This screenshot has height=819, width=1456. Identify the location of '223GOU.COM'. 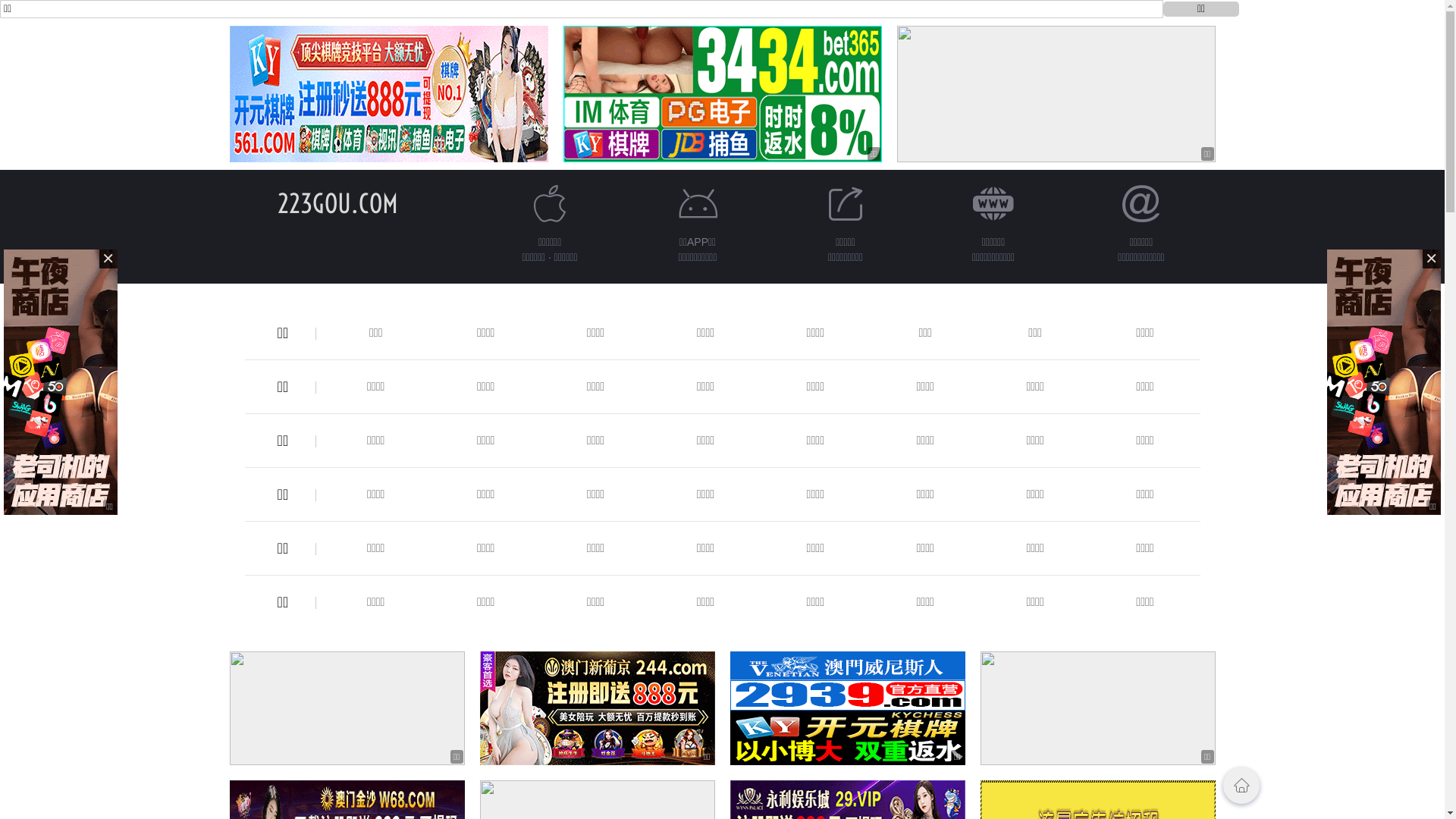
(337, 202).